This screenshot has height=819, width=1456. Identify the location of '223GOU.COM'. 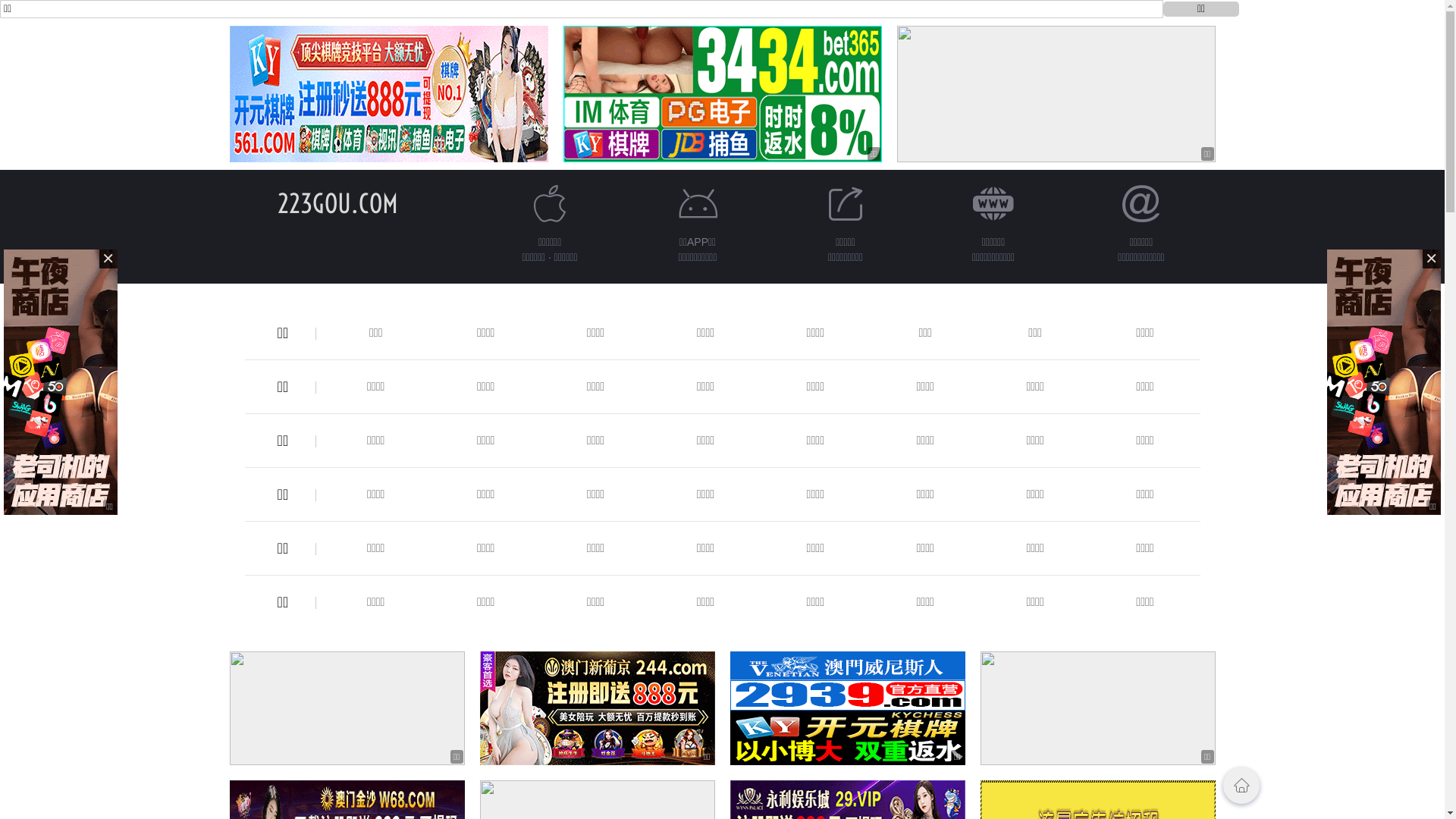
(337, 202).